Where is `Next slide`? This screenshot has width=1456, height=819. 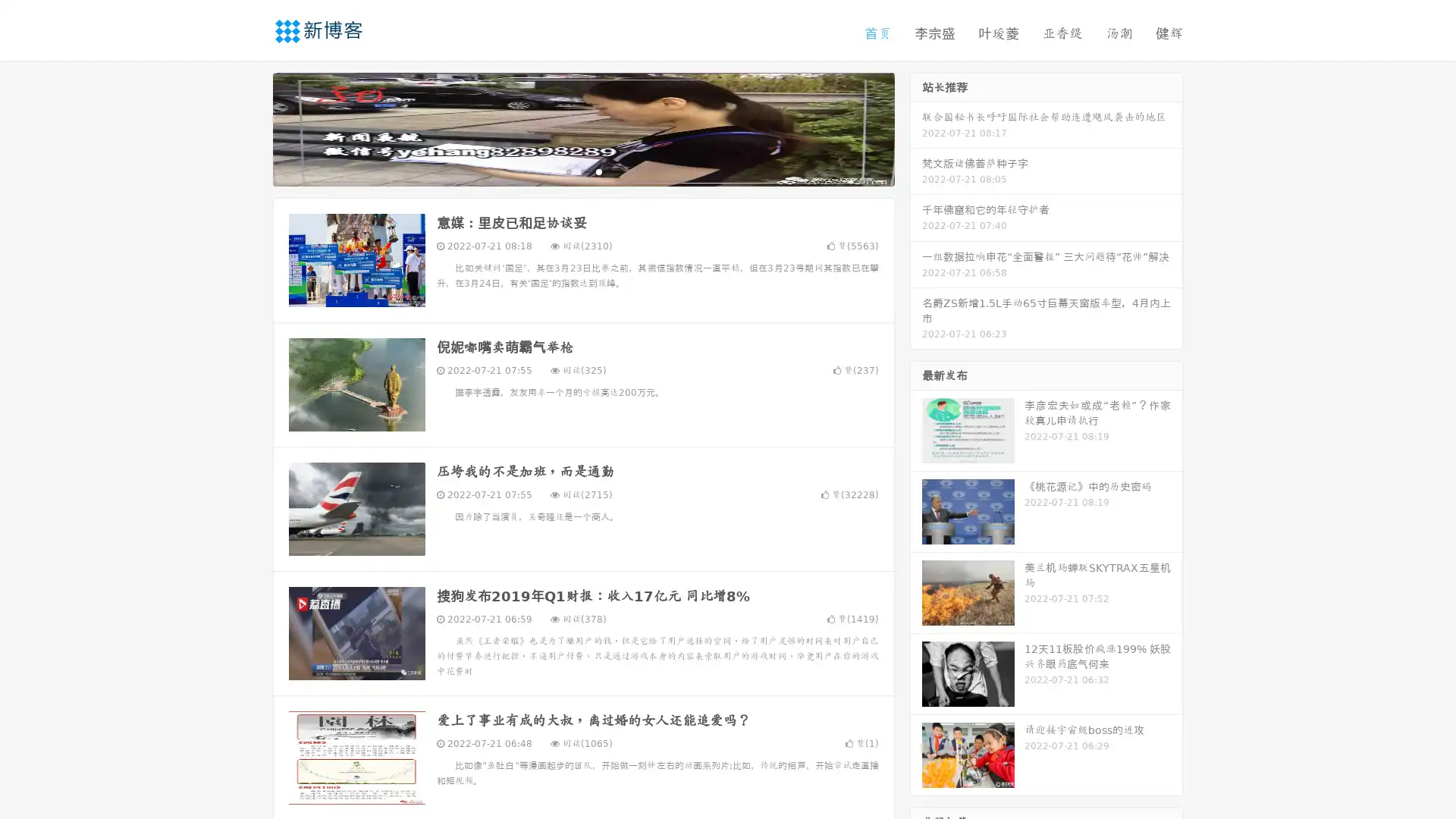 Next slide is located at coordinates (916, 127).